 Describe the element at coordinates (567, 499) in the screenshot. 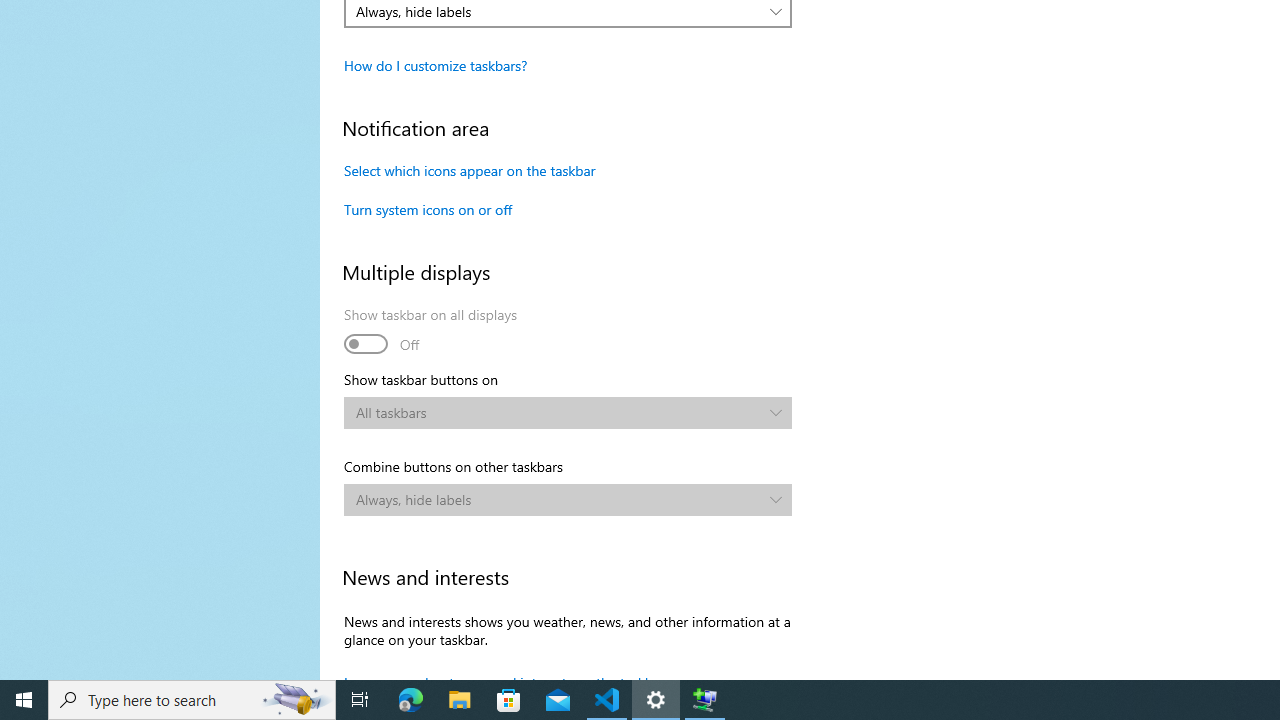

I see `'Combine buttons on other taskbars'` at that location.